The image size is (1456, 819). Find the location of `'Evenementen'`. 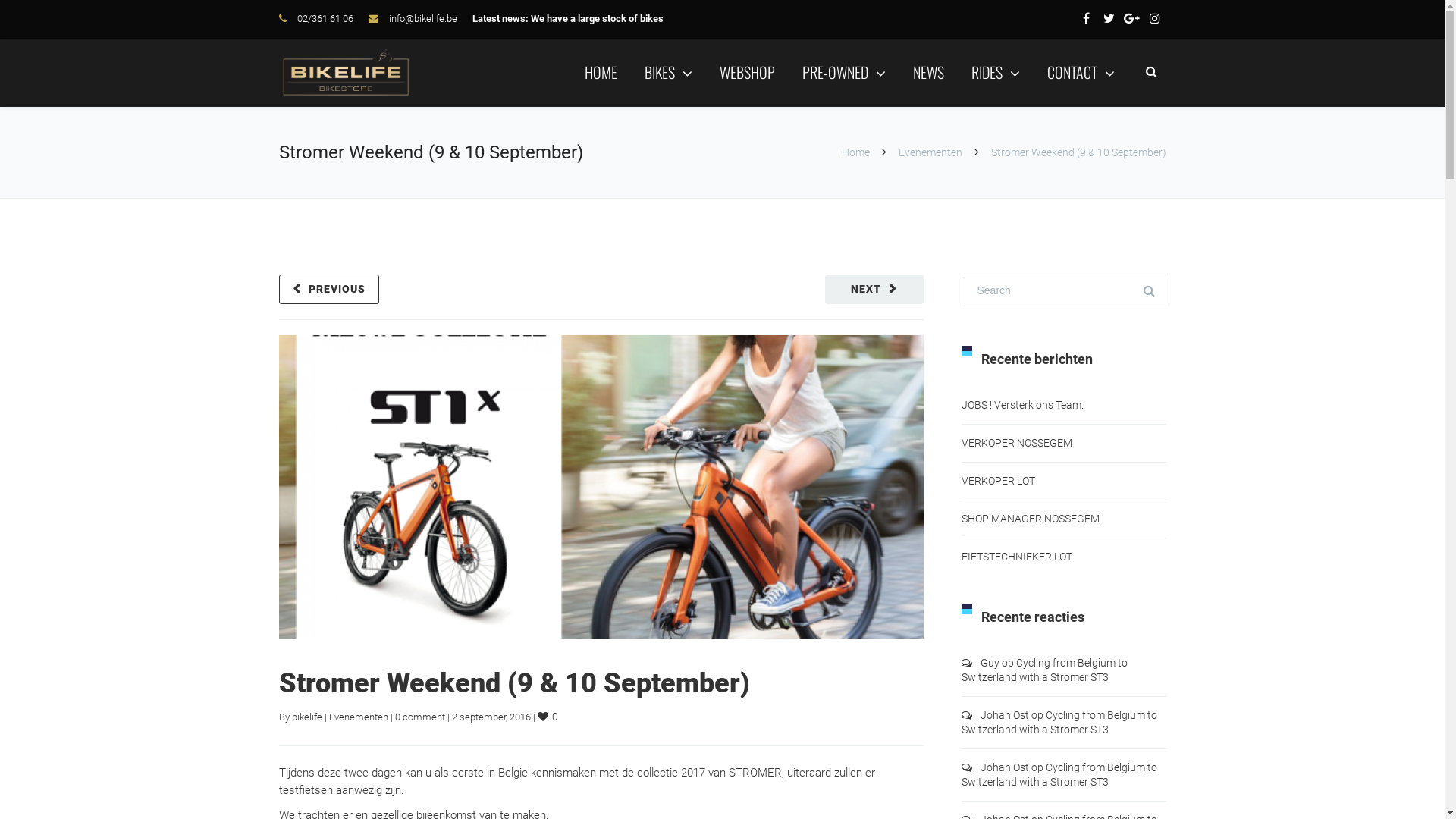

'Evenementen' is located at coordinates (928, 152).